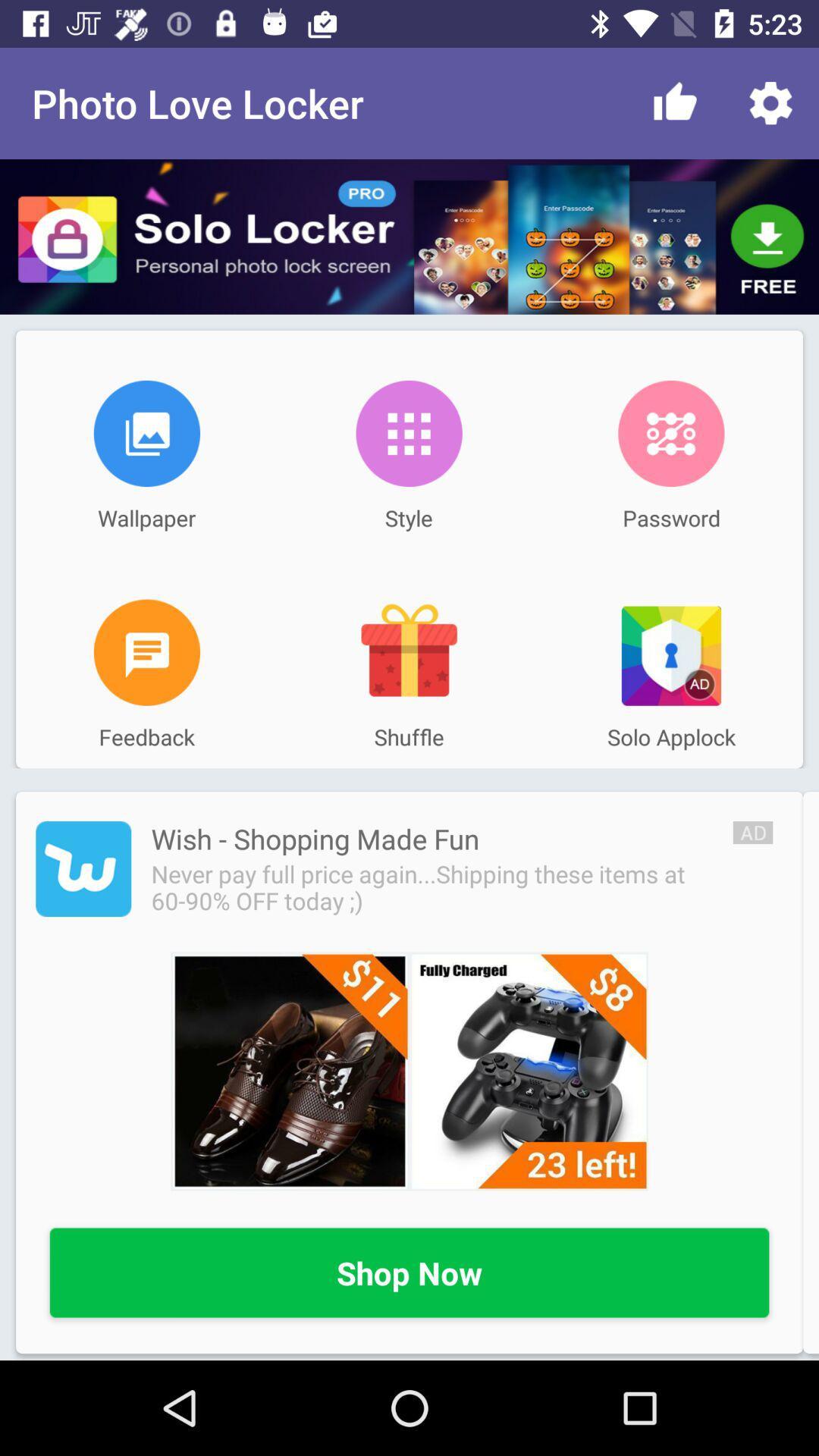 This screenshot has height=1456, width=819. Describe the element at coordinates (314, 838) in the screenshot. I see `the icon below feedback item` at that location.